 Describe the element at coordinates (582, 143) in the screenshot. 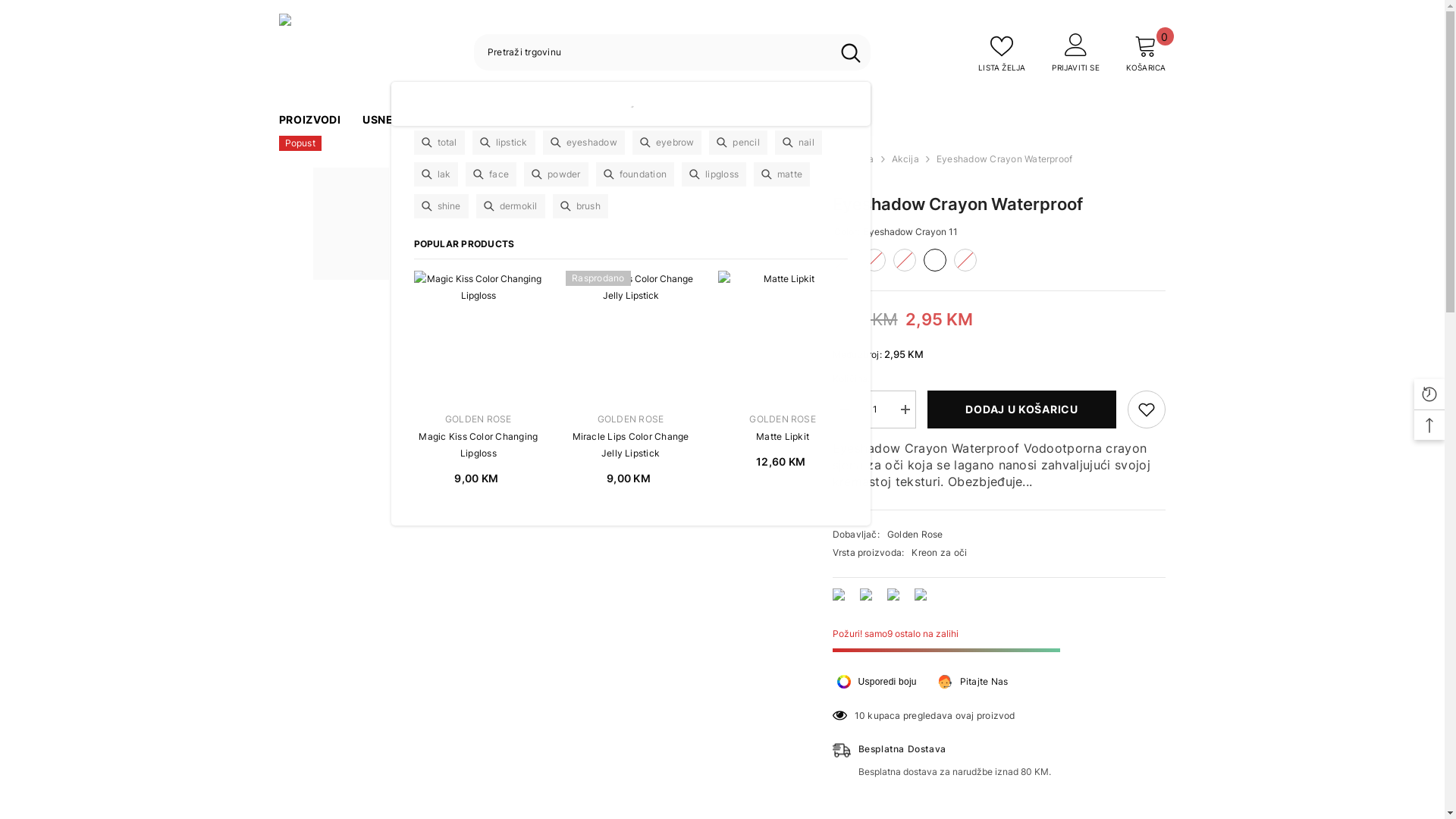

I see `'eyeshadow'` at that location.